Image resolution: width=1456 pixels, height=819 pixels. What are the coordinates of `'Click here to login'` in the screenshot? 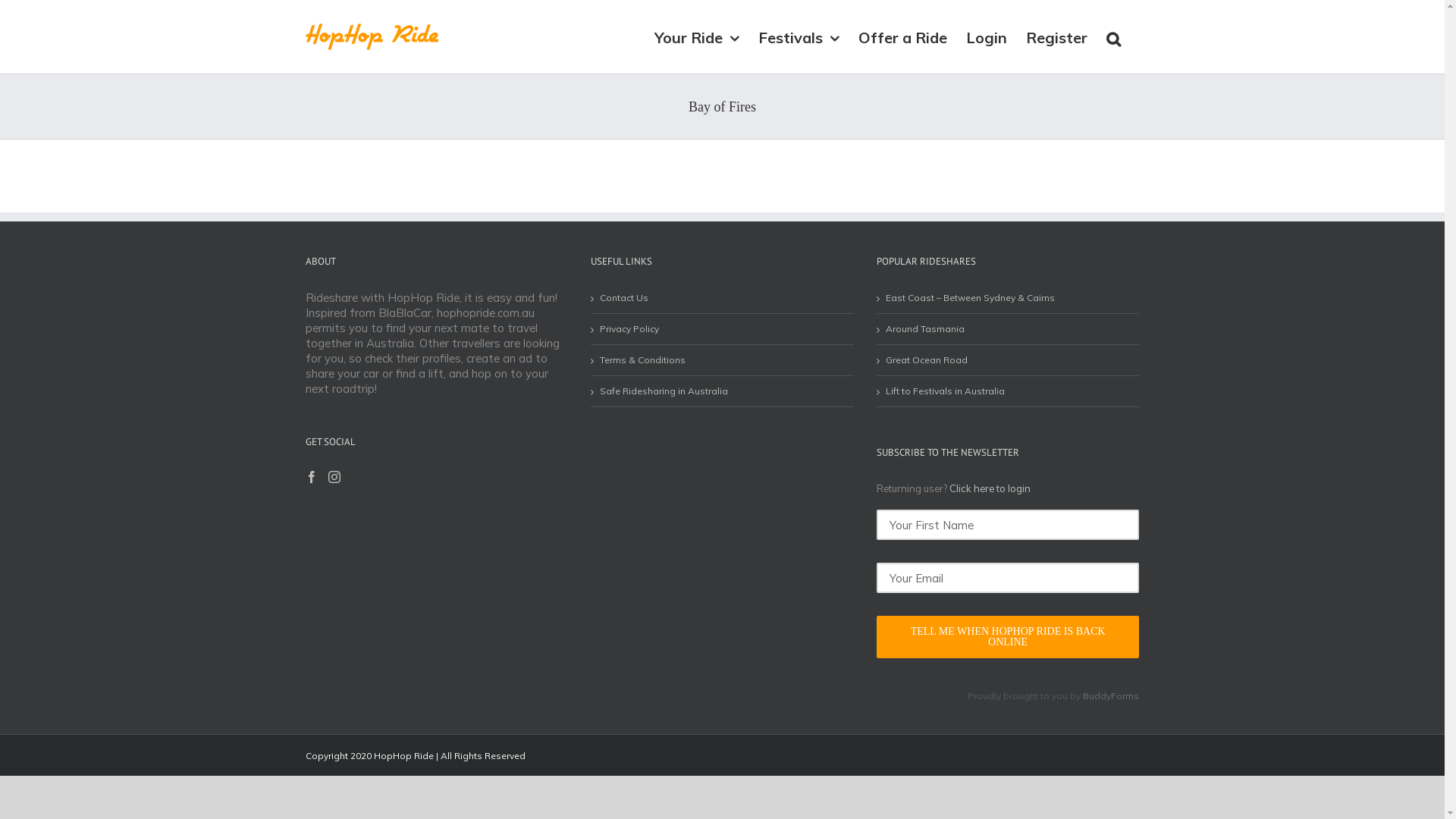 It's located at (990, 488).